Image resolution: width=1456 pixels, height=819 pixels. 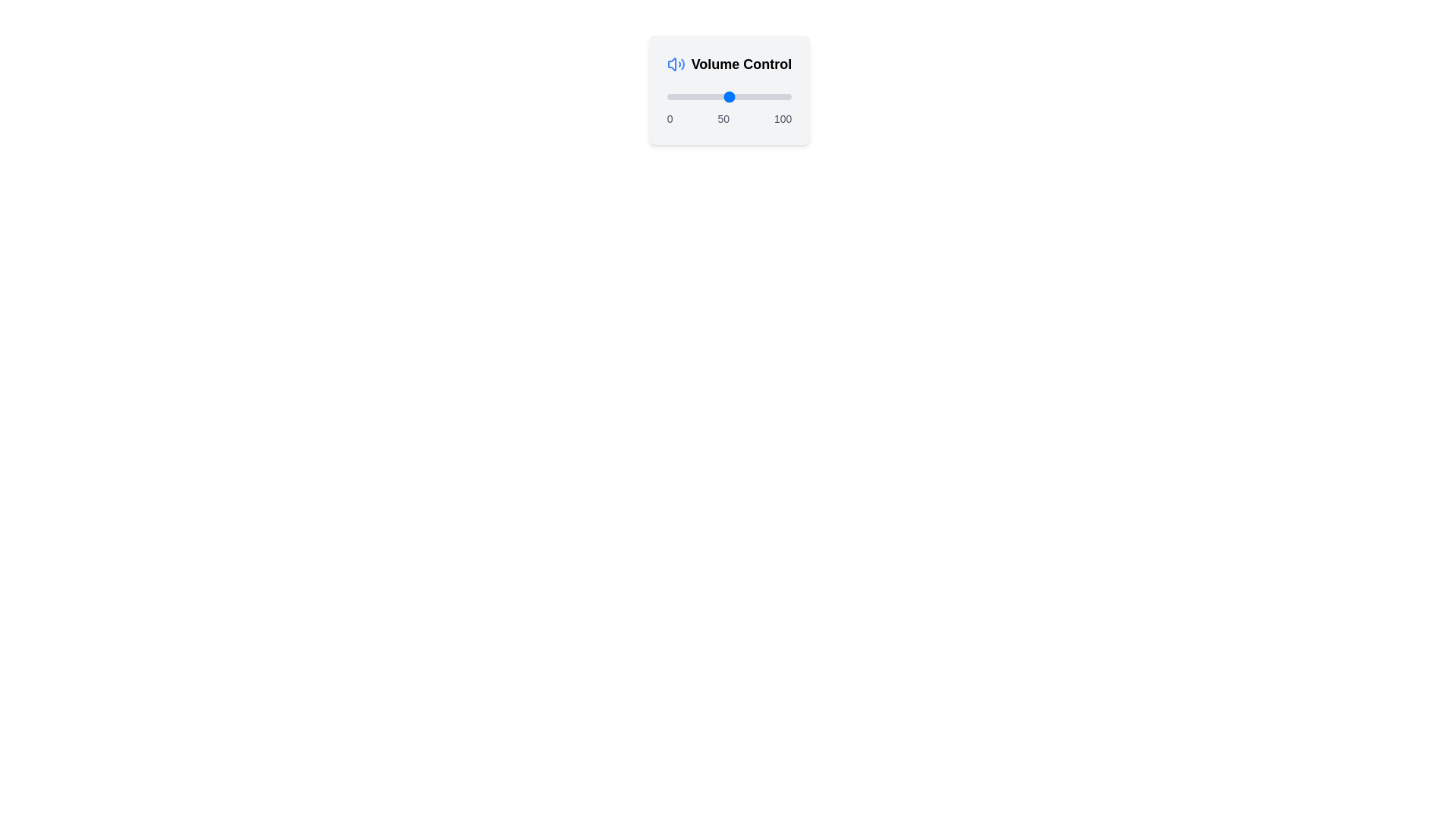 What do you see at coordinates (671, 63) in the screenshot?
I see `the blue speaker icon located in the top-left corner of the volume control card, preceding the 'Volume Control' label` at bounding box center [671, 63].